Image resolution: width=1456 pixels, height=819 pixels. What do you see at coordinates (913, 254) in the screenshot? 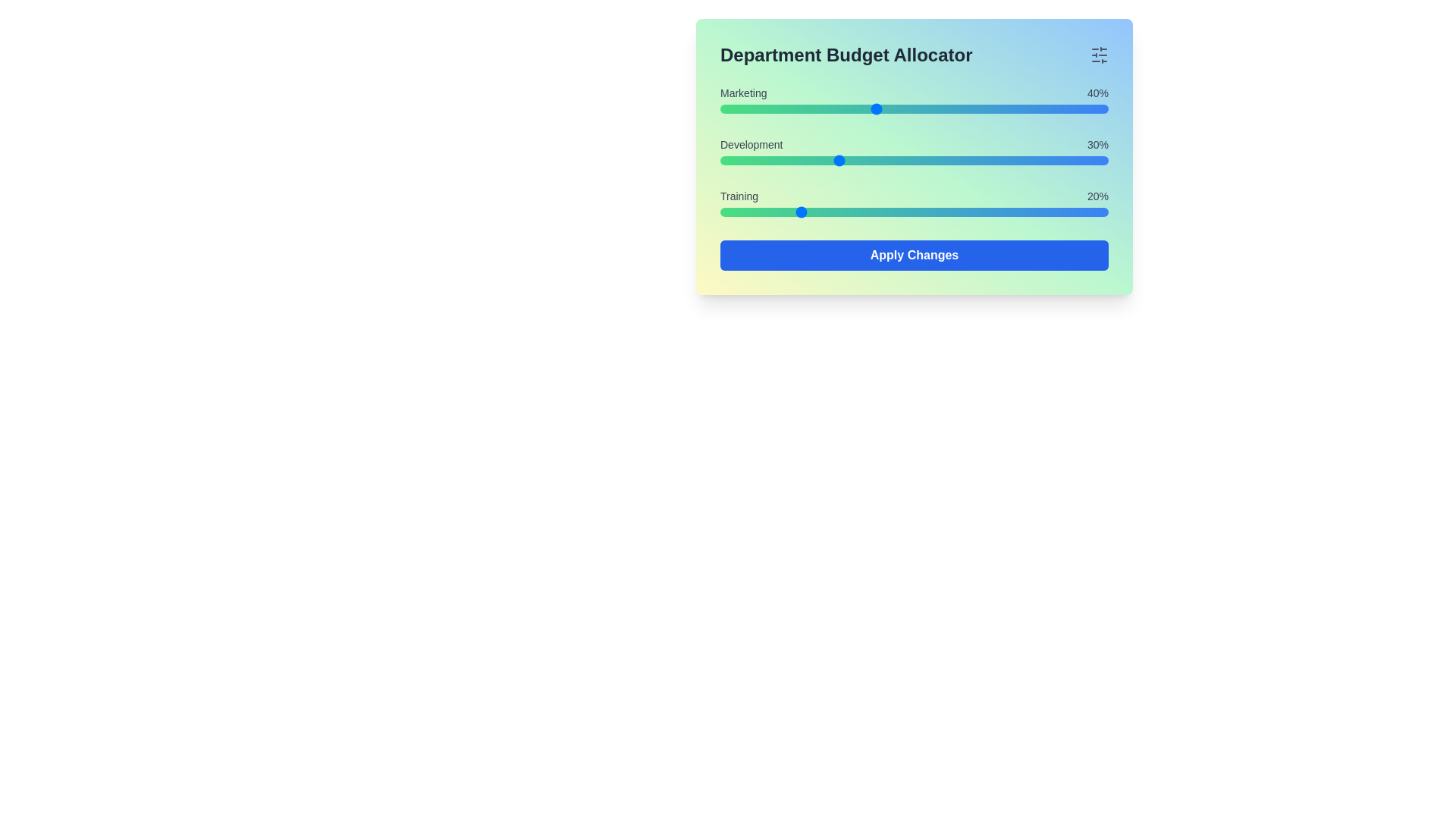
I see `'Apply Changes' button to confirm adjustments` at bounding box center [913, 254].